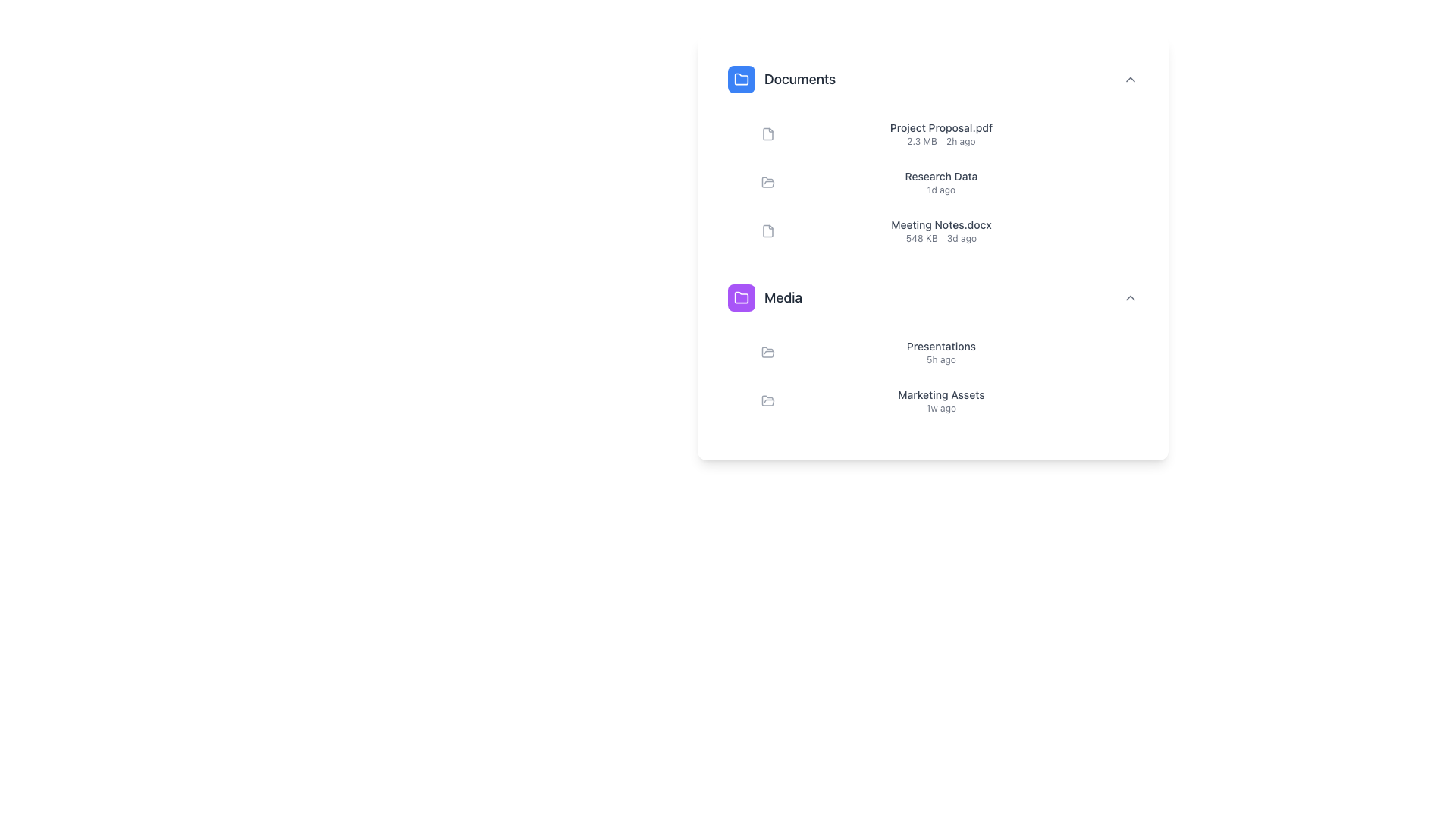 The image size is (1456, 819). I want to click on the Ellipsis menu (three dots) at the far-right end of the 'Research Data' row, so click(1120, 181).